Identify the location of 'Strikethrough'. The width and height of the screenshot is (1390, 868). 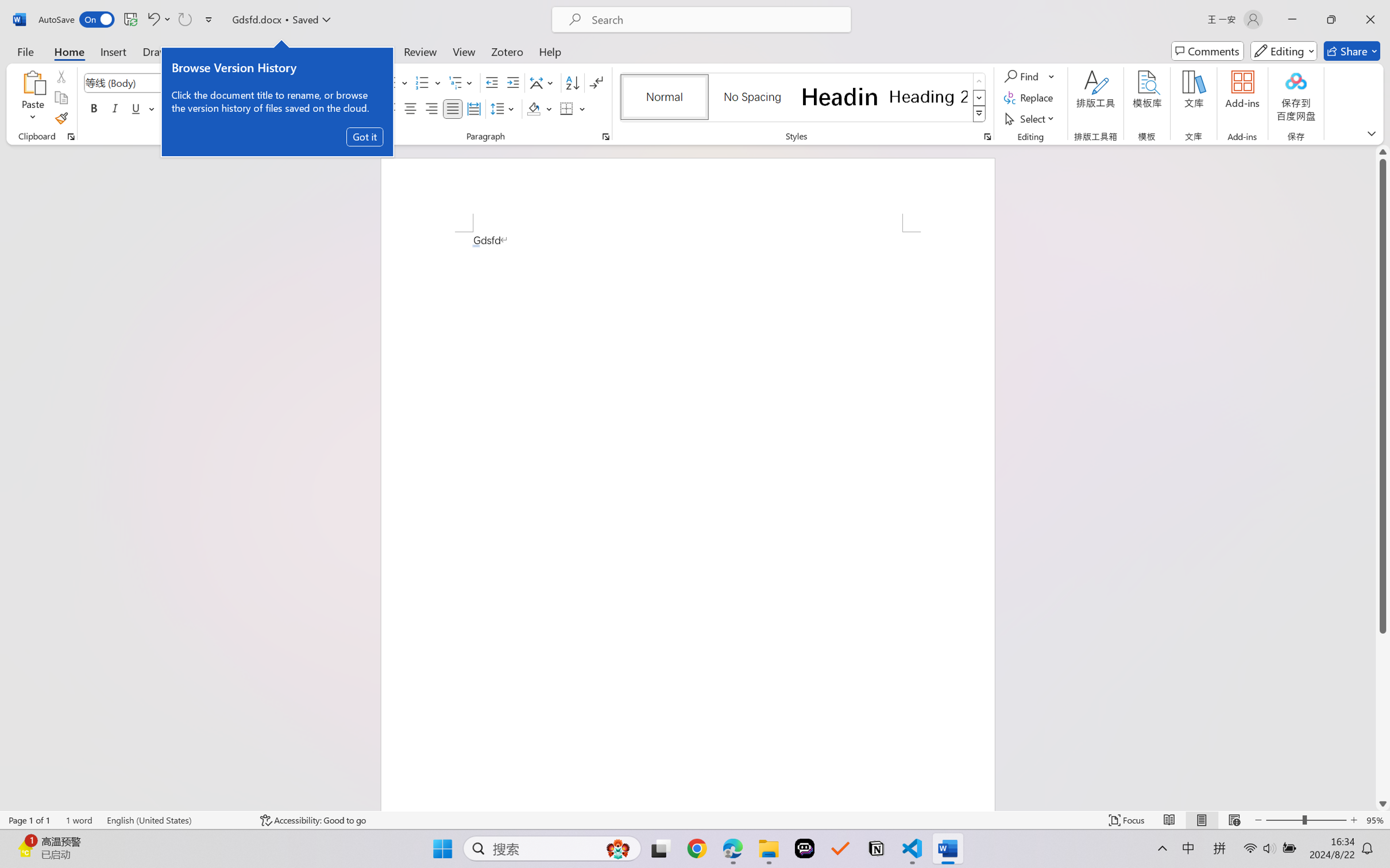
(169, 108).